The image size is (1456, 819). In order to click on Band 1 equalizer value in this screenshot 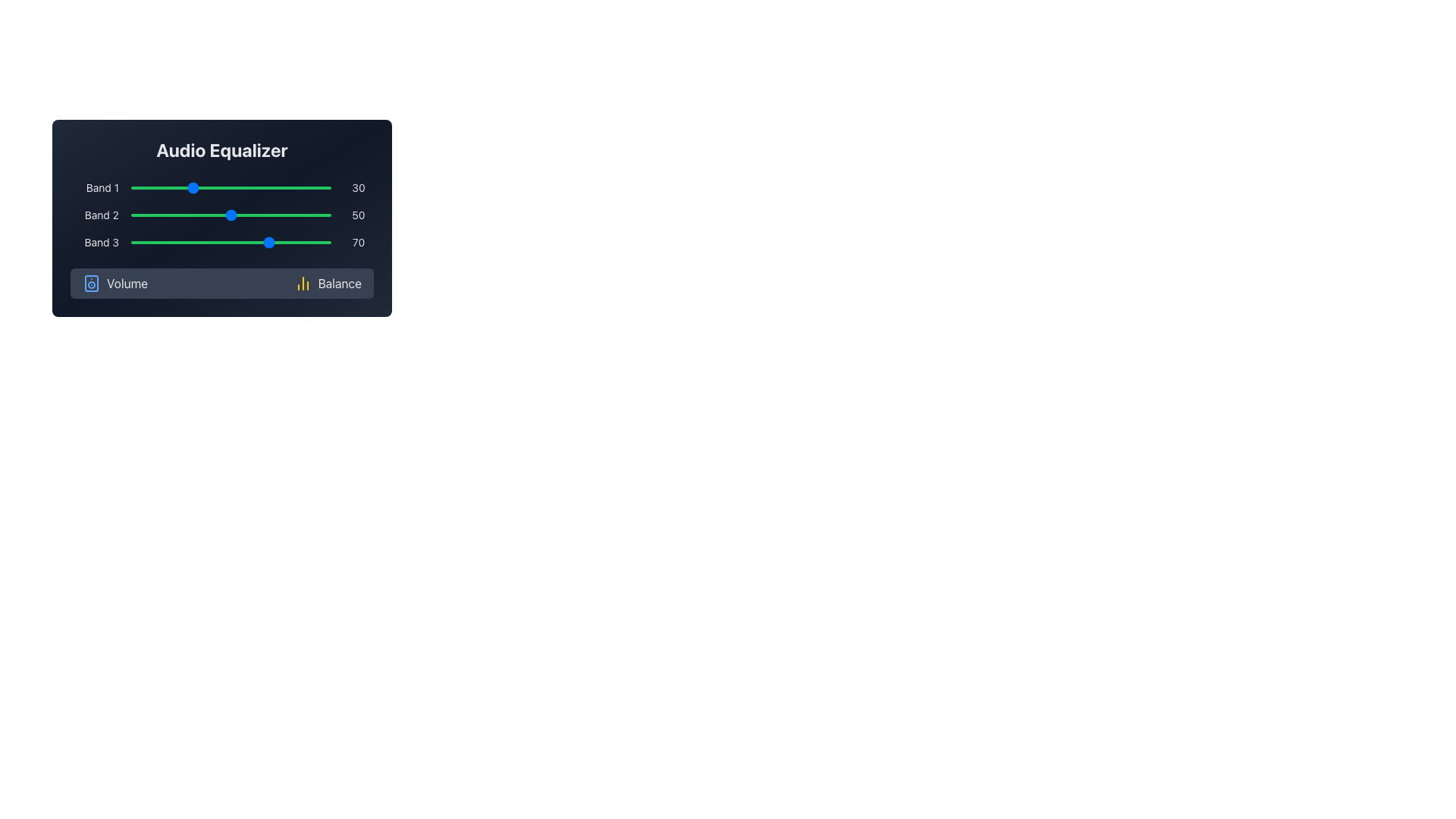, I will do `click(243, 187)`.